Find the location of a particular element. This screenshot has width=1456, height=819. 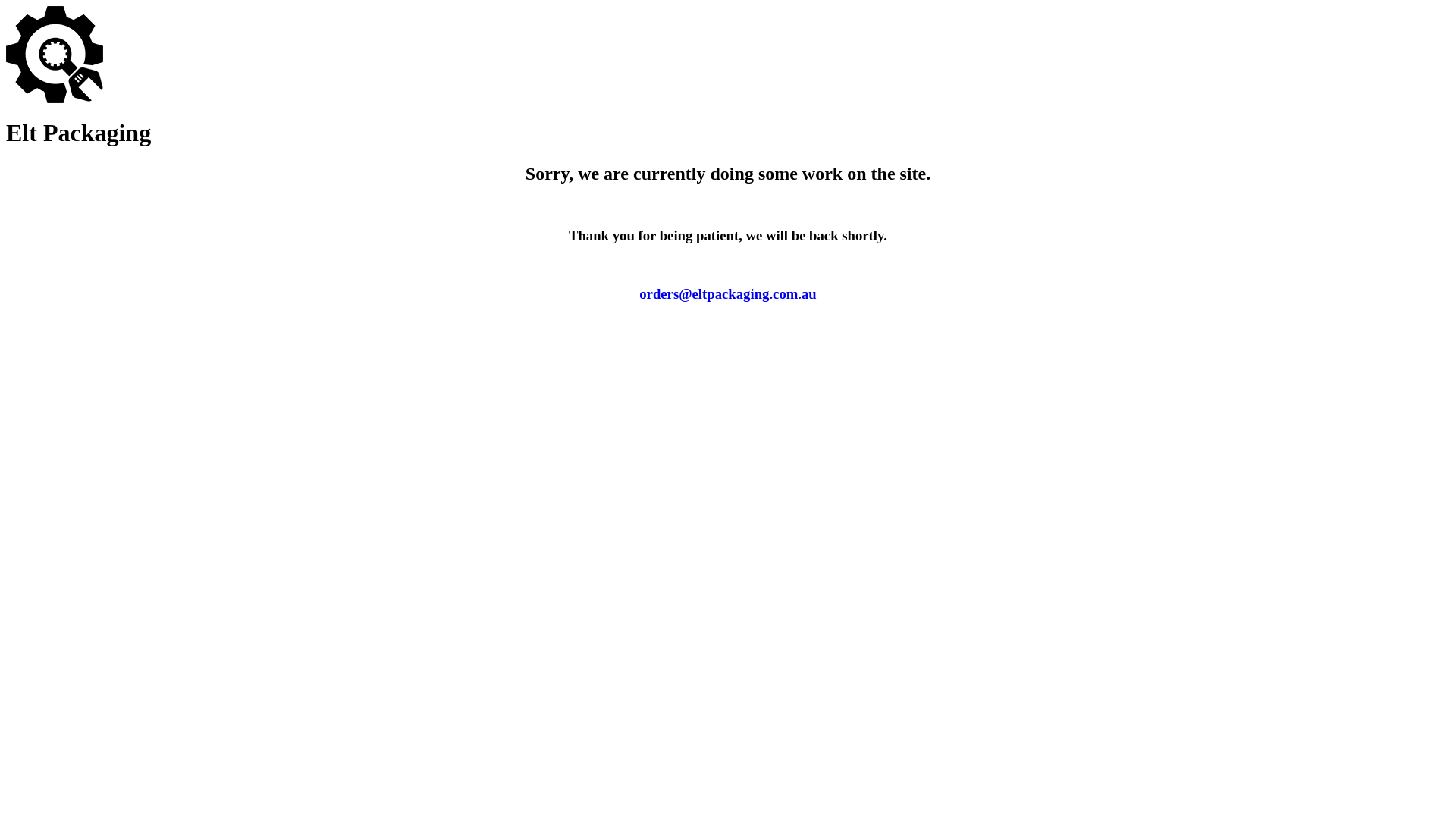

'orders@eltpackaging.com.au' is located at coordinates (728, 293).